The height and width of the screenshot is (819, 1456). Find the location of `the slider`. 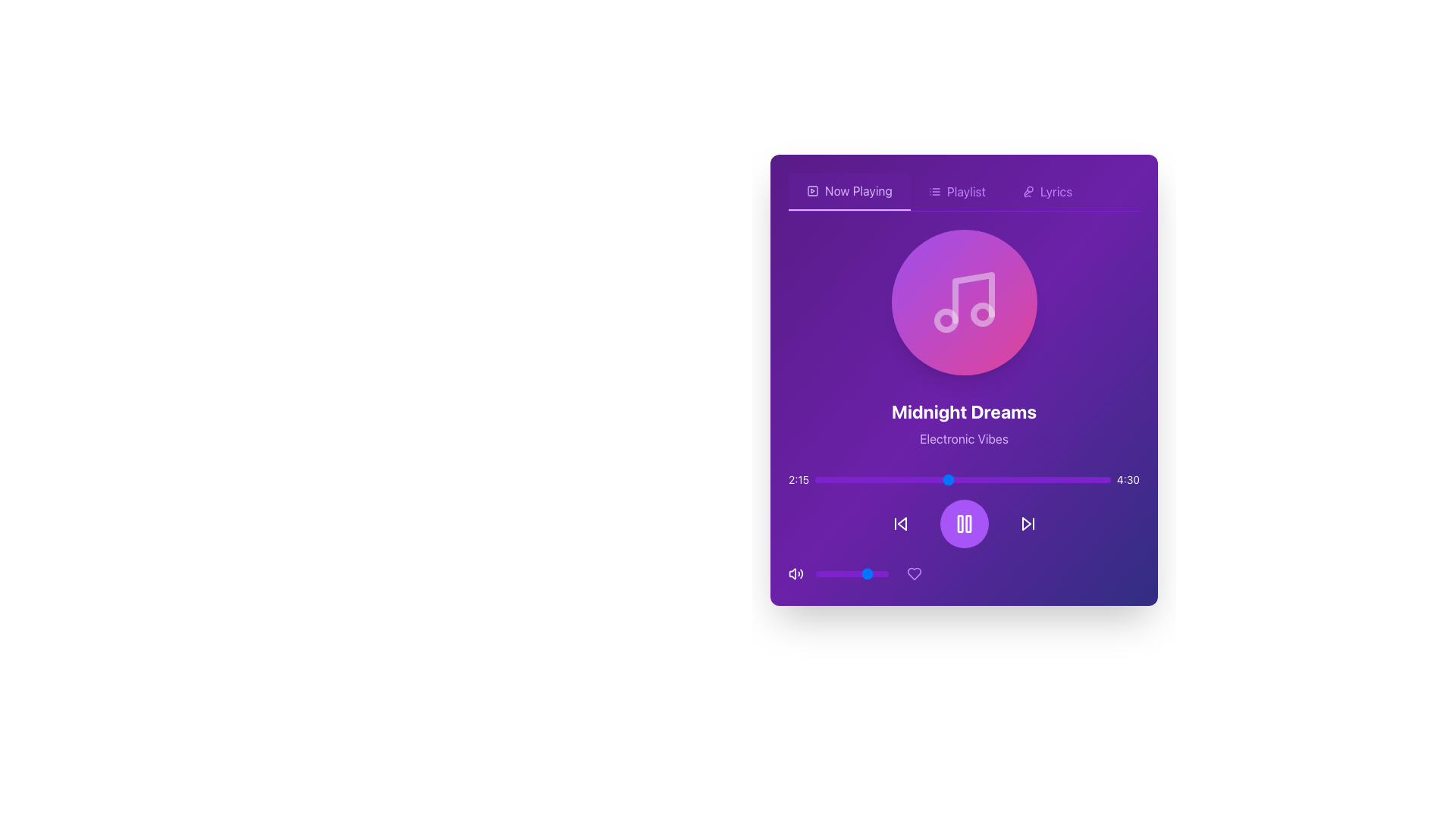

the slider is located at coordinates (826, 479).